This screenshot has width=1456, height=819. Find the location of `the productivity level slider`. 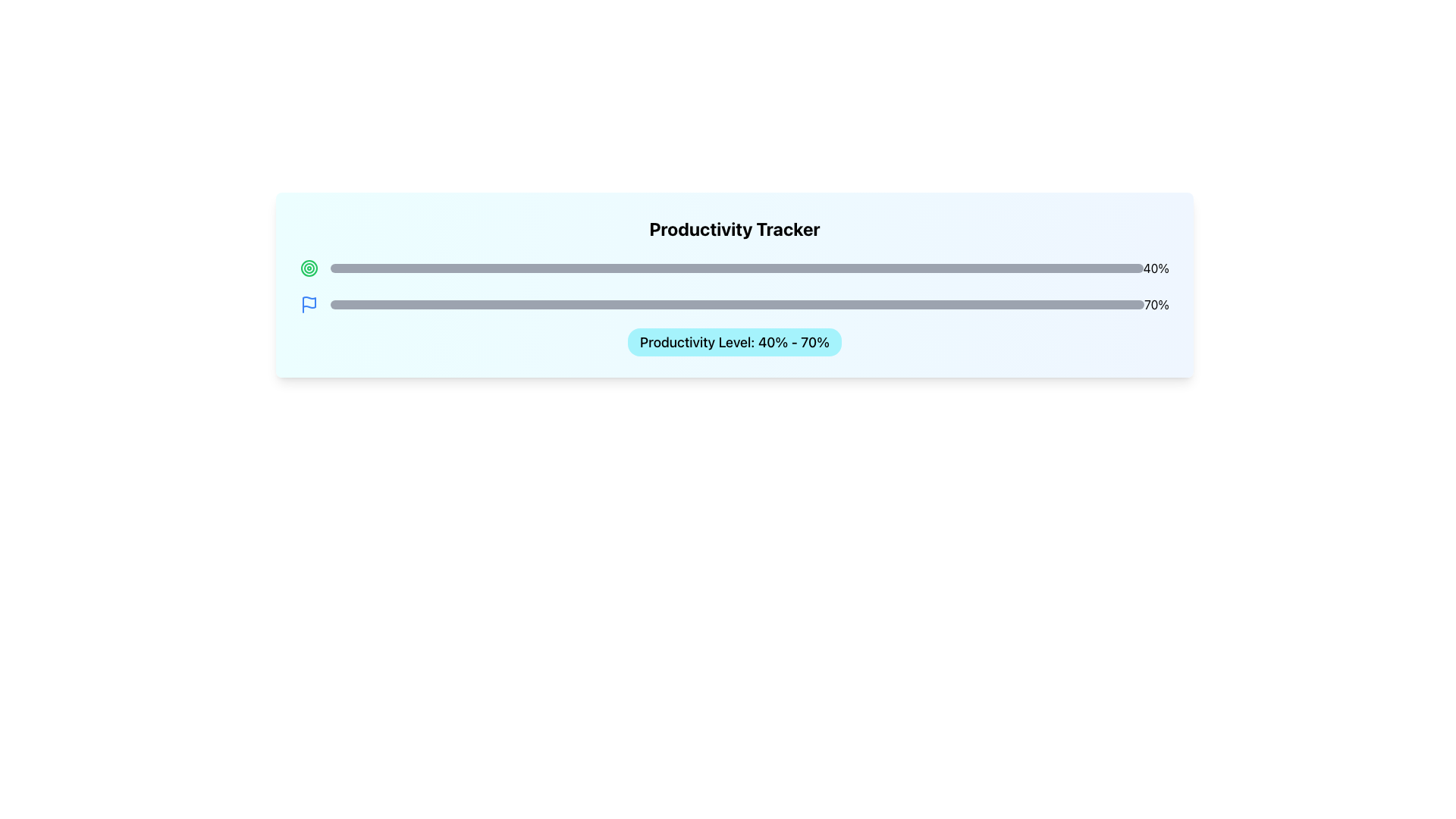

the productivity level slider is located at coordinates (1094, 268).